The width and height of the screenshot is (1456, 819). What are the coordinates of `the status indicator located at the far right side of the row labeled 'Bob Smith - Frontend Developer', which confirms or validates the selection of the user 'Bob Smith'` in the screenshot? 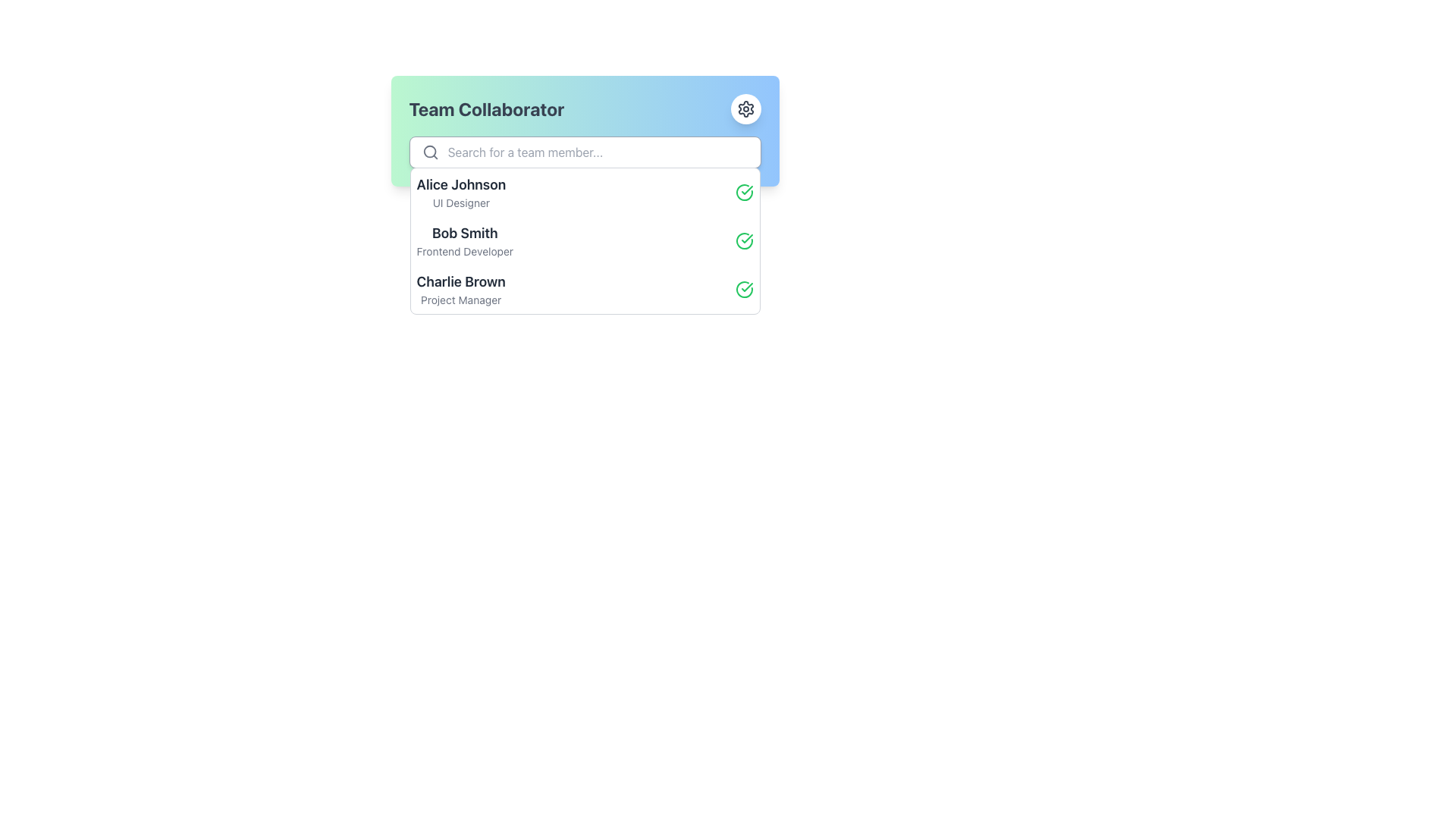 It's located at (744, 240).